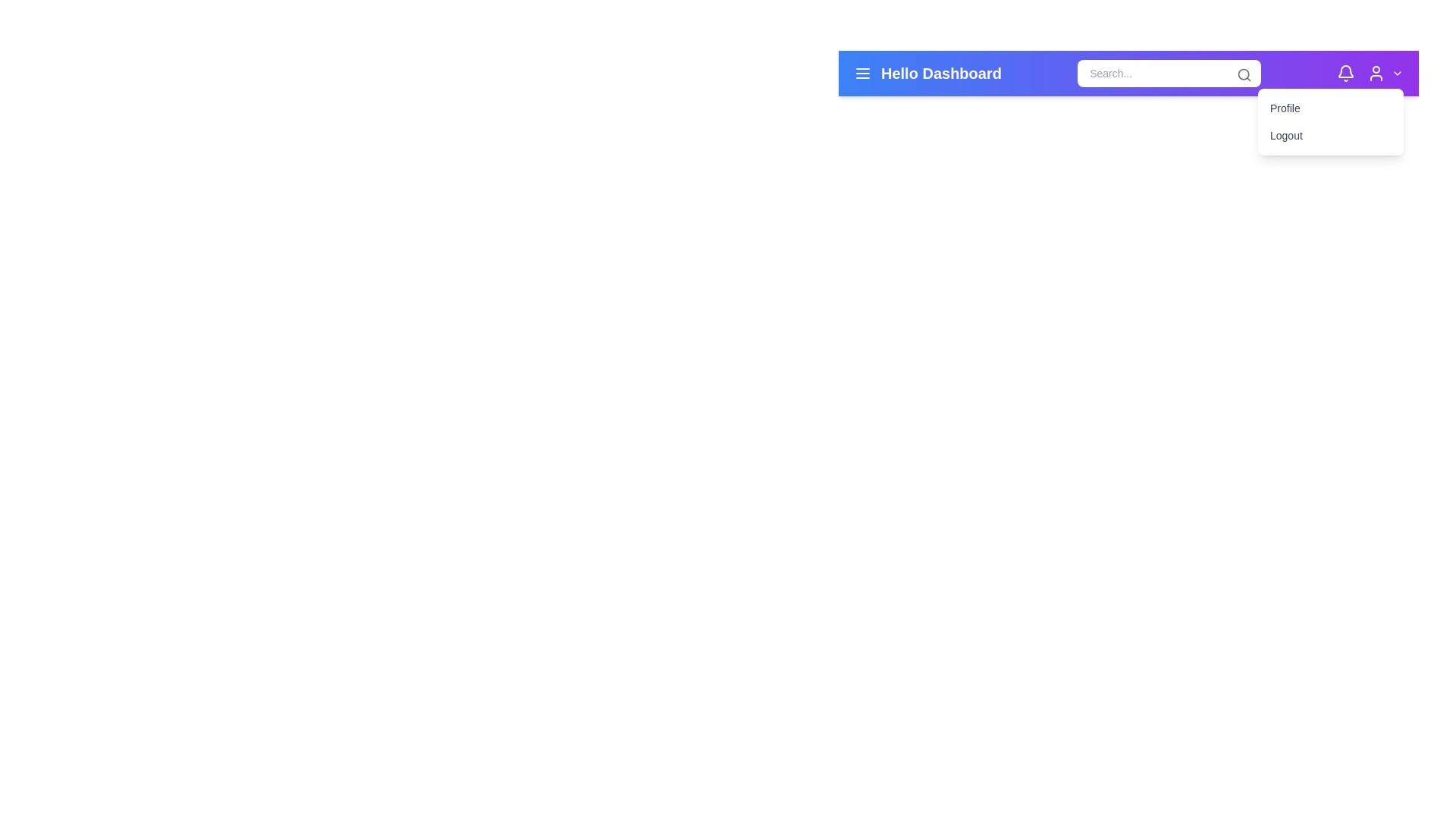 The image size is (1456, 819). I want to click on the Text Button located below the 'Profile' item in the top right dropdown menu to log out of the application, so click(1285, 134).